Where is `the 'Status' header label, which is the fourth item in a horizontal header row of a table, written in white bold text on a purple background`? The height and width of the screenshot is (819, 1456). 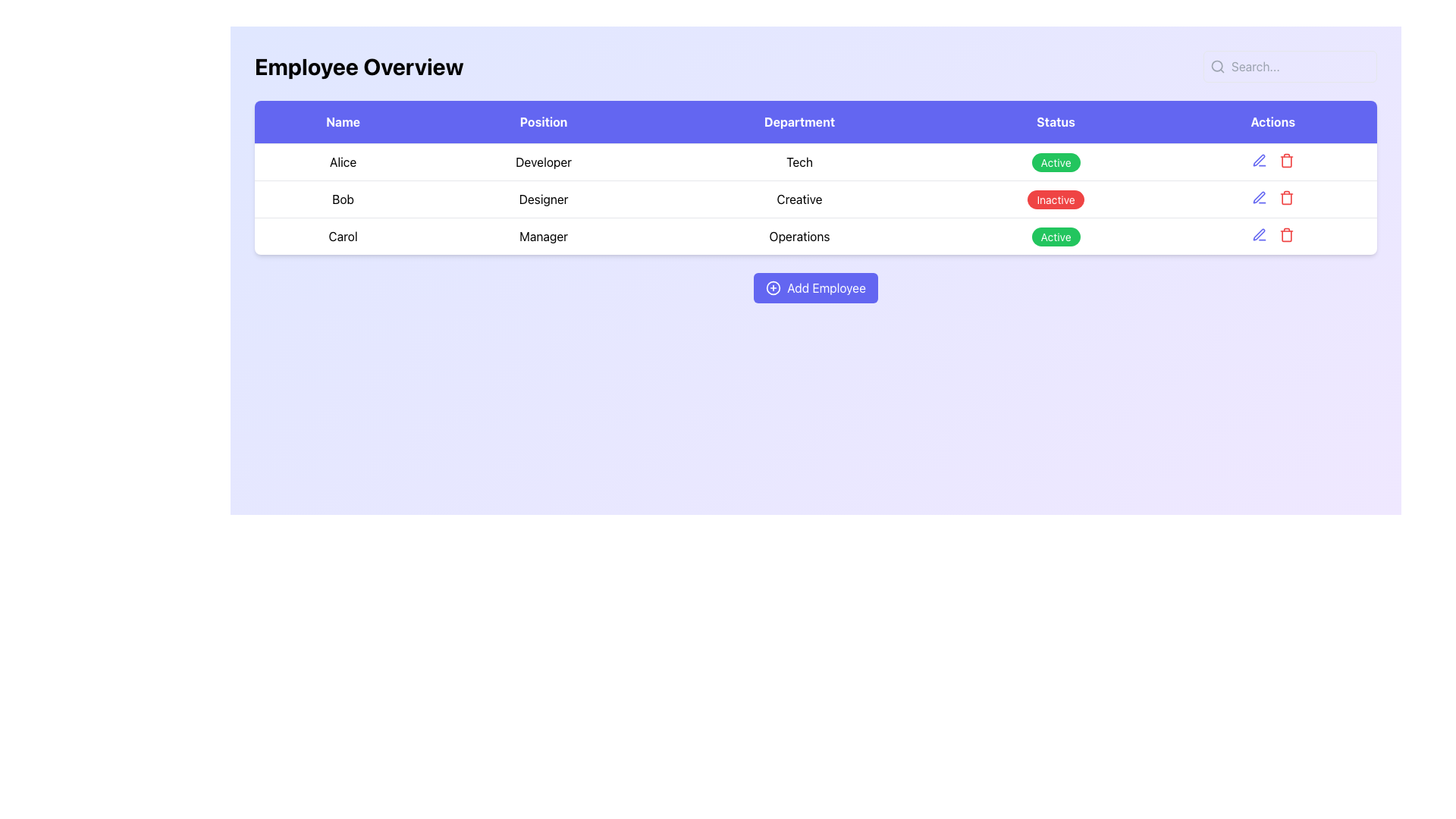 the 'Status' header label, which is the fourth item in a horizontal header row of a table, written in white bold text on a purple background is located at coordinates (1055, 121).